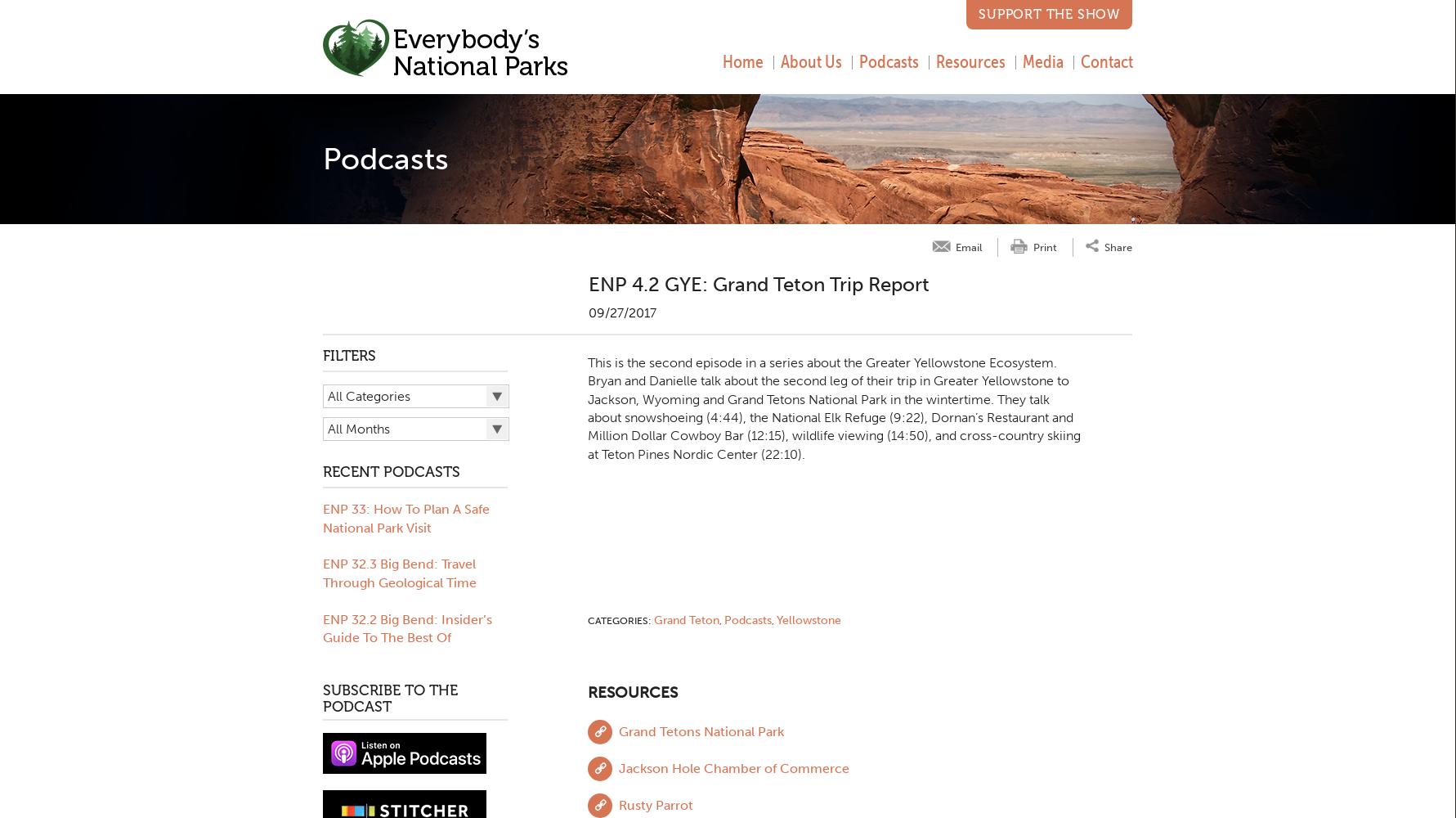 This screenshot has height=818, width=1456. I want to click on 'Olympic National Park', so click(382, 692).